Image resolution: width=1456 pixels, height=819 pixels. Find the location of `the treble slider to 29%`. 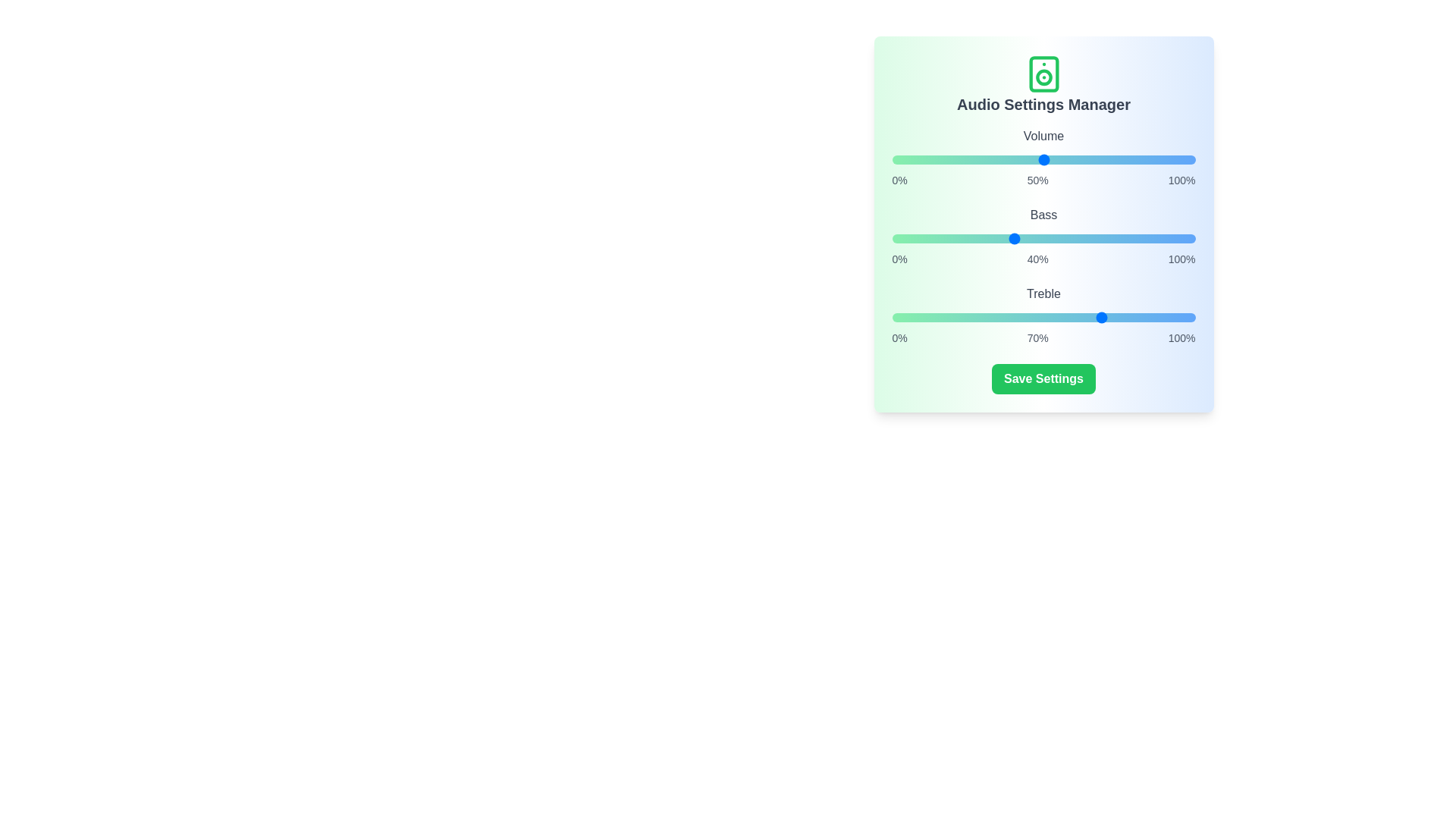

the treble slider to 29% is located at coordinates (980, 317).